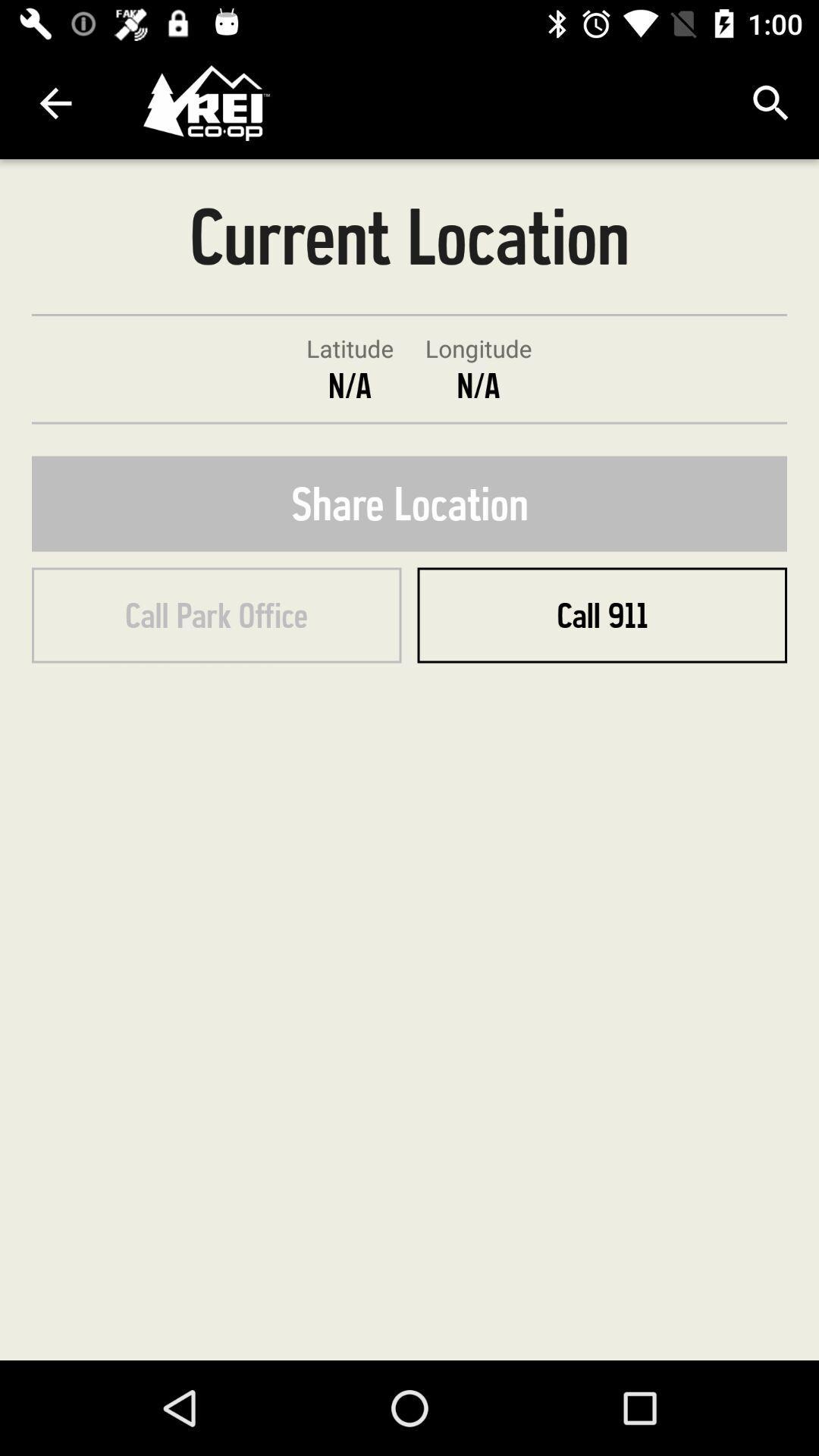 This screenshot has height=1456, width=819. I want to click on the call park office on the left, so click(216, 615).